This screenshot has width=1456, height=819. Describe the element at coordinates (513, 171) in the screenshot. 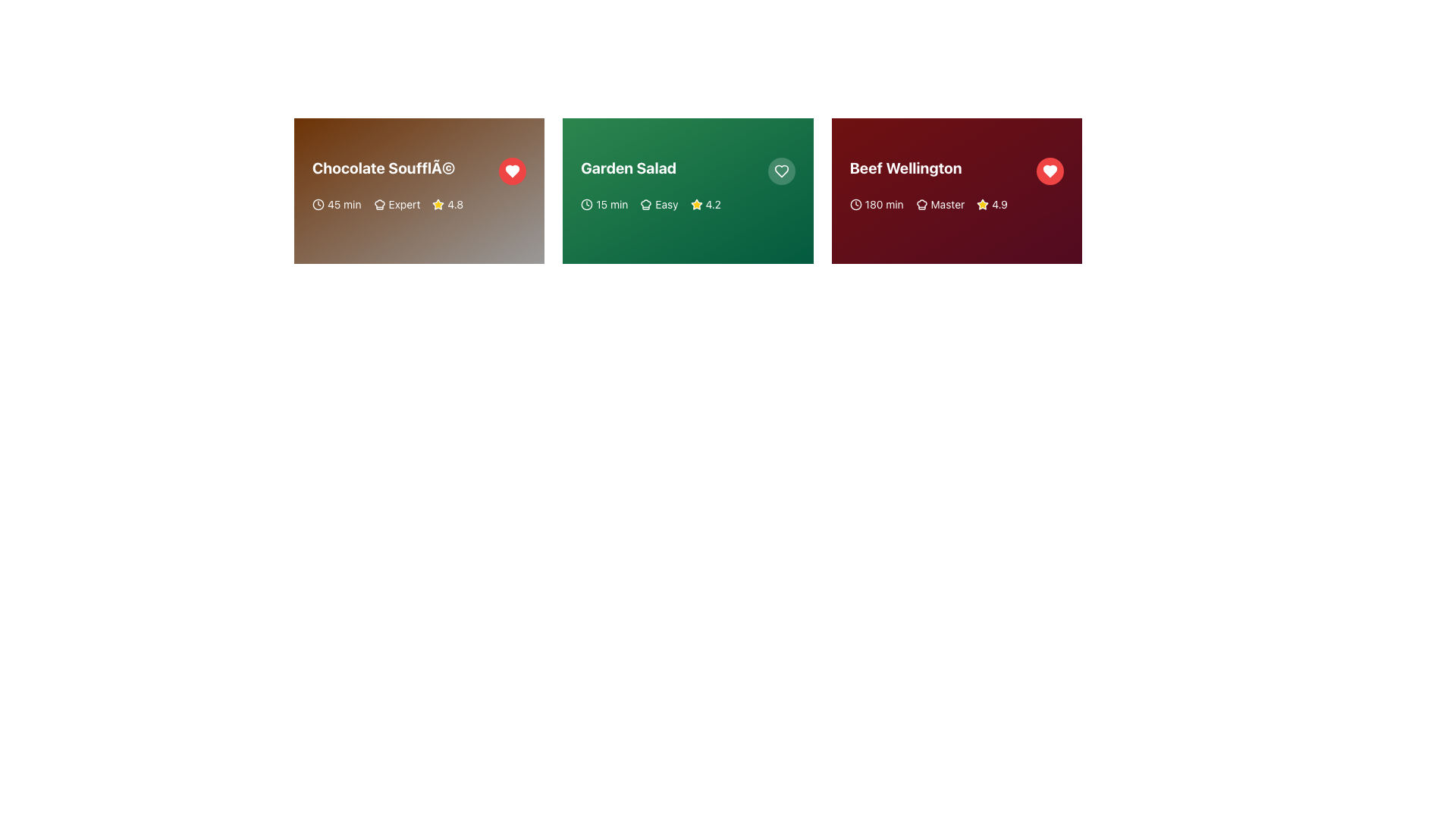

I see `the white heart-shaped icon within the red circular button located in the top-right corner of the 'Chocolate Soufflé' recipe card` at that location.